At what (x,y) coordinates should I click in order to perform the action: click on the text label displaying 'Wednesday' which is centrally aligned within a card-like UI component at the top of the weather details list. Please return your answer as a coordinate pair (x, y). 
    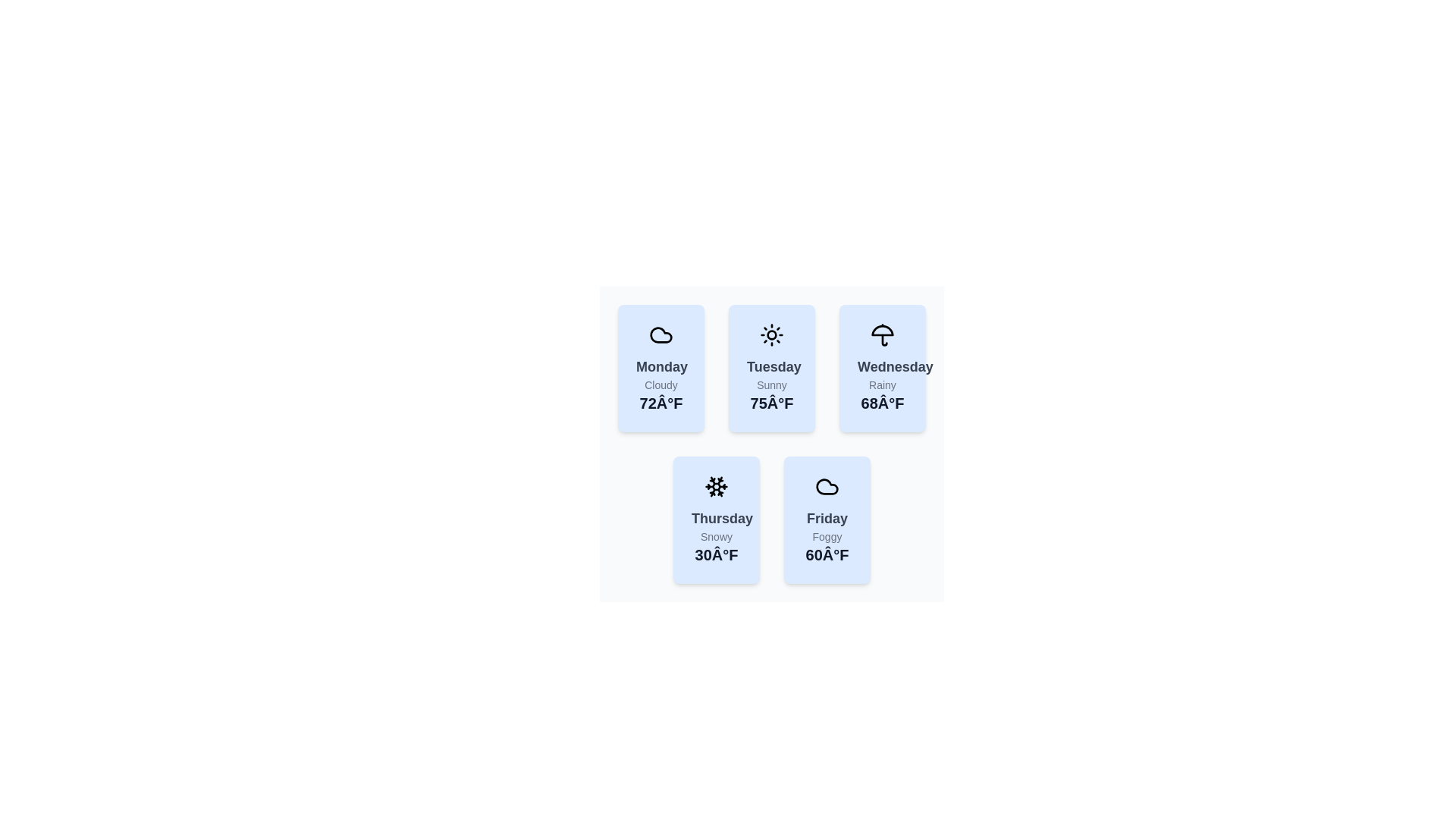
    Looking at the image, I should click on (882, 366).